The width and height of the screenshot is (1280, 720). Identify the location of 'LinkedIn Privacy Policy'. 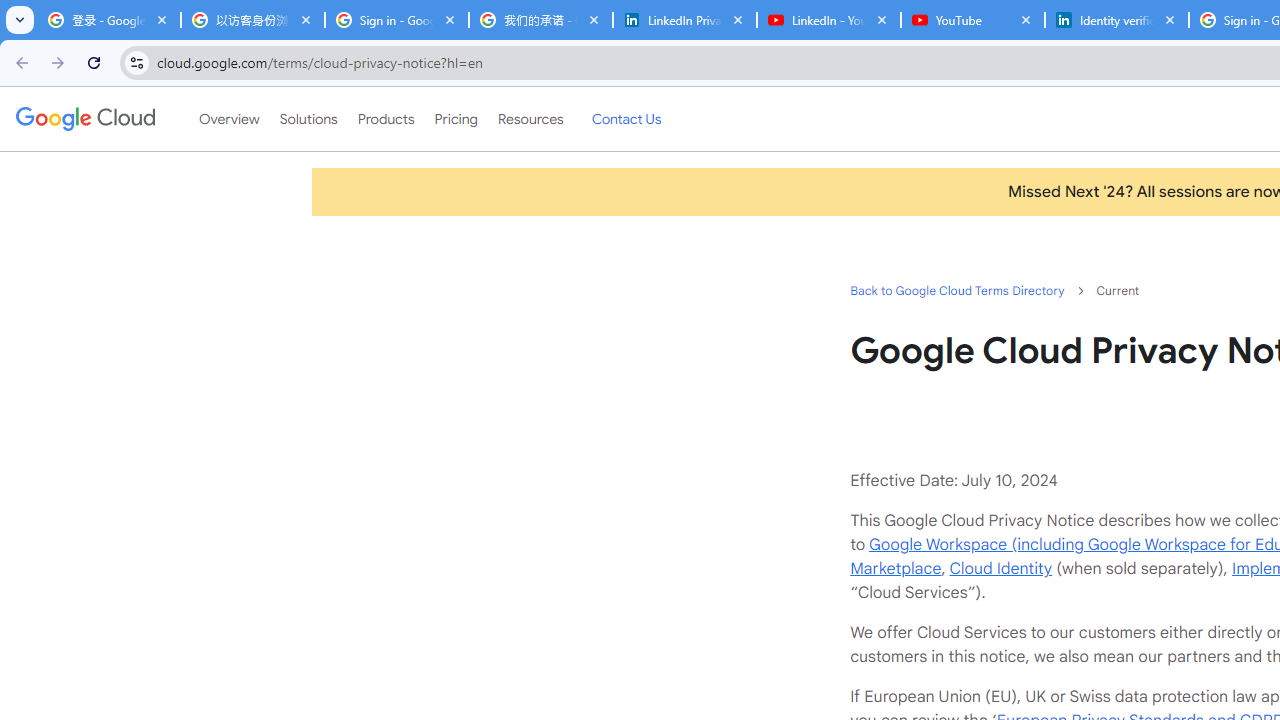
(684, 20).